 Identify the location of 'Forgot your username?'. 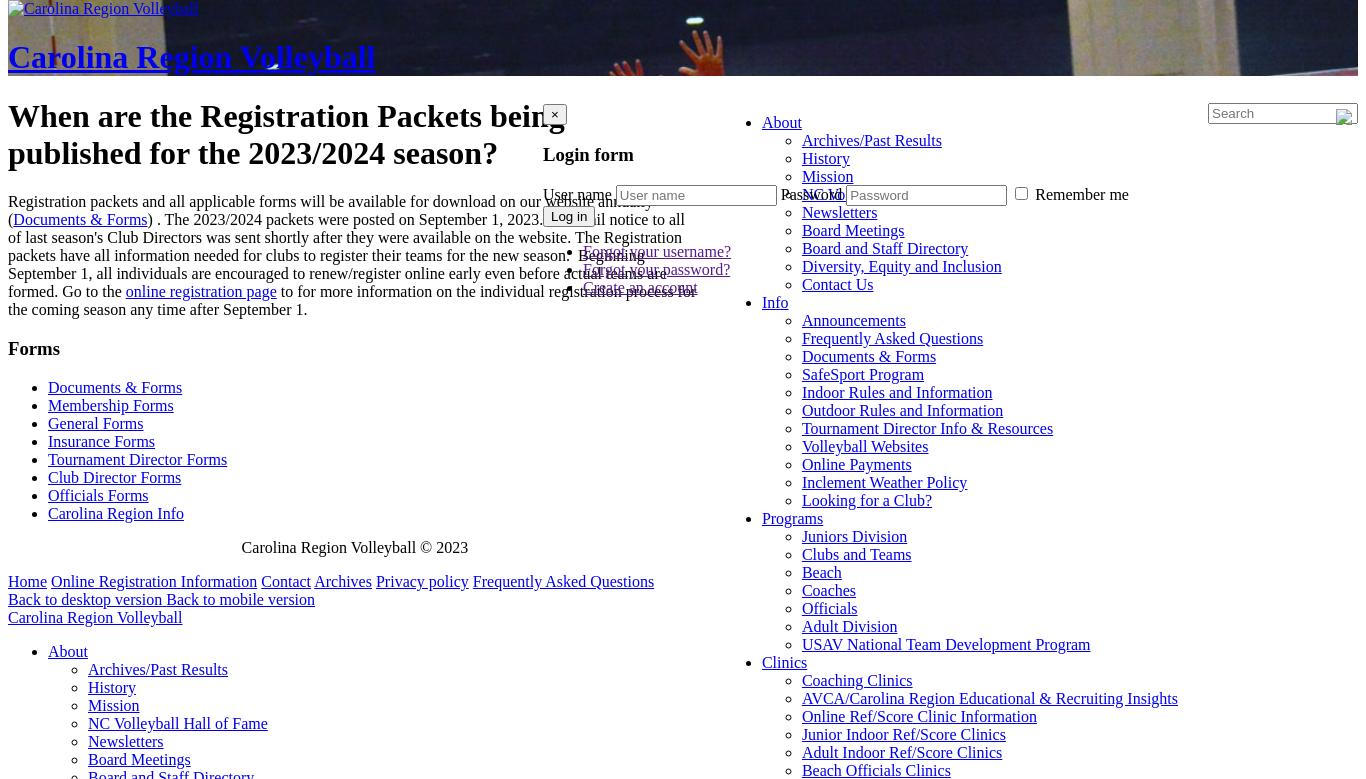
(582, 250).